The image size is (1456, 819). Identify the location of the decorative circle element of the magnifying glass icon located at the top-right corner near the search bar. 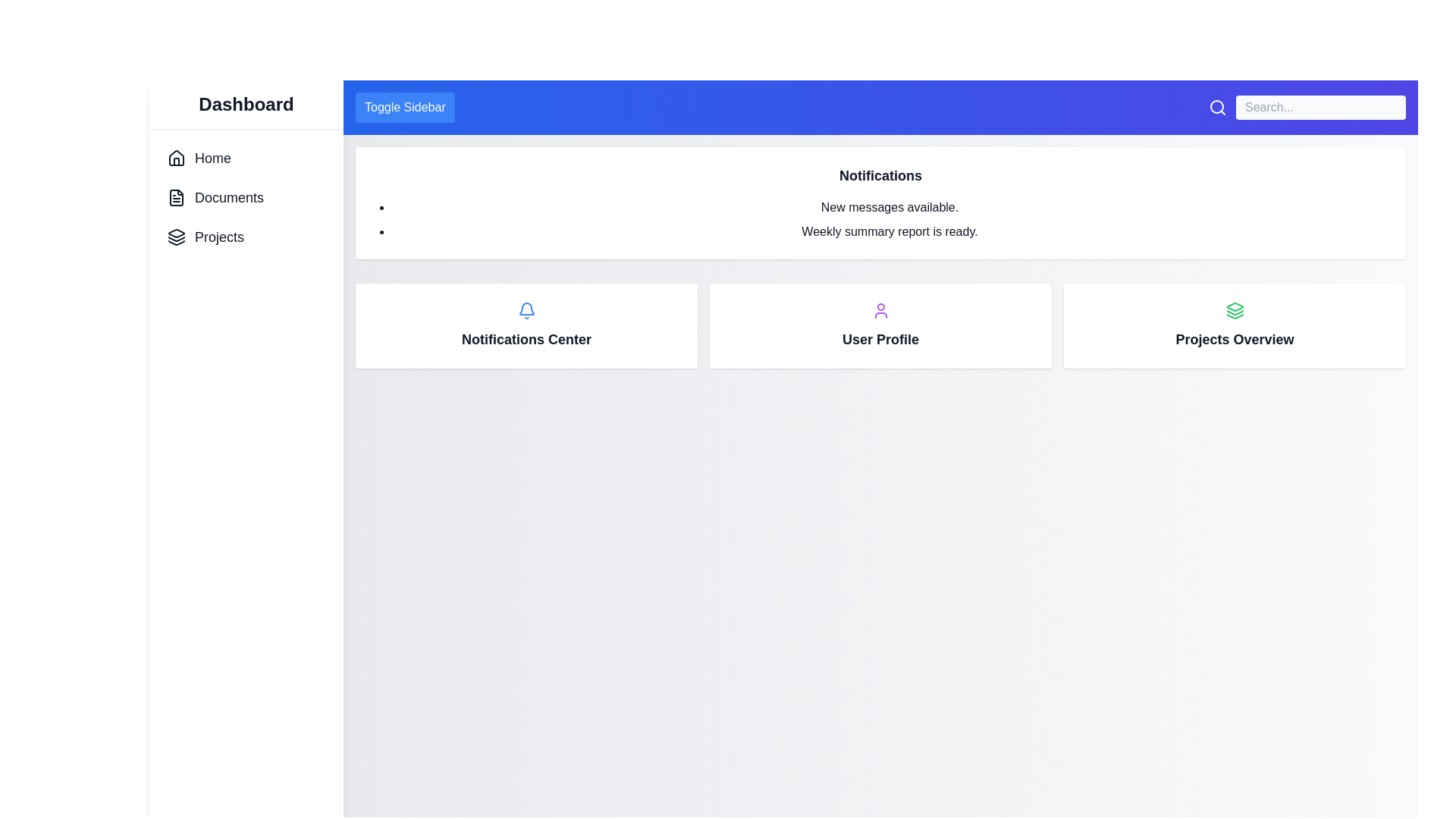
(1216, 106).